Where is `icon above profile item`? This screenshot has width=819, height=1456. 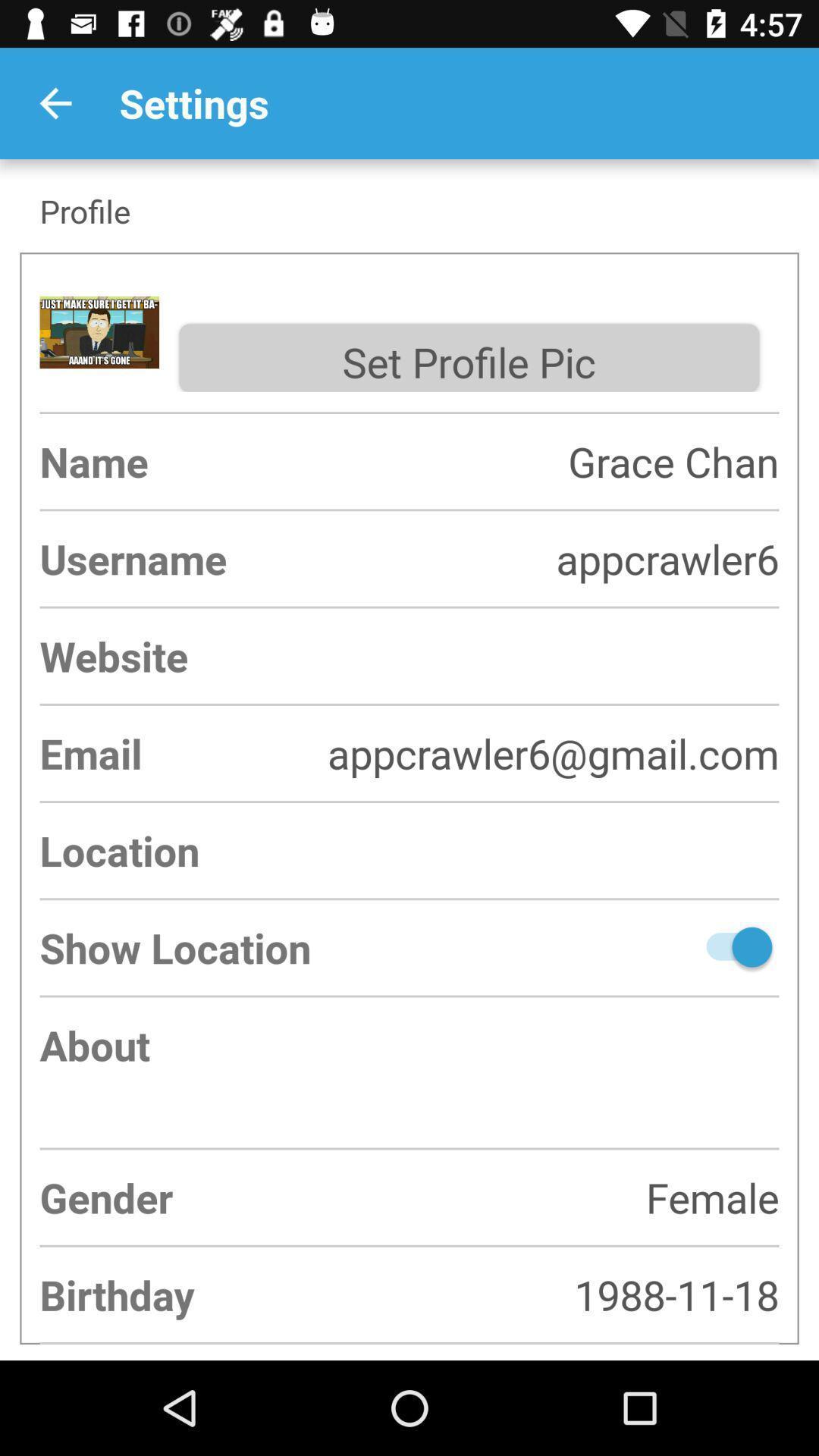
icon above profile item is located at coordinates (55, 102).